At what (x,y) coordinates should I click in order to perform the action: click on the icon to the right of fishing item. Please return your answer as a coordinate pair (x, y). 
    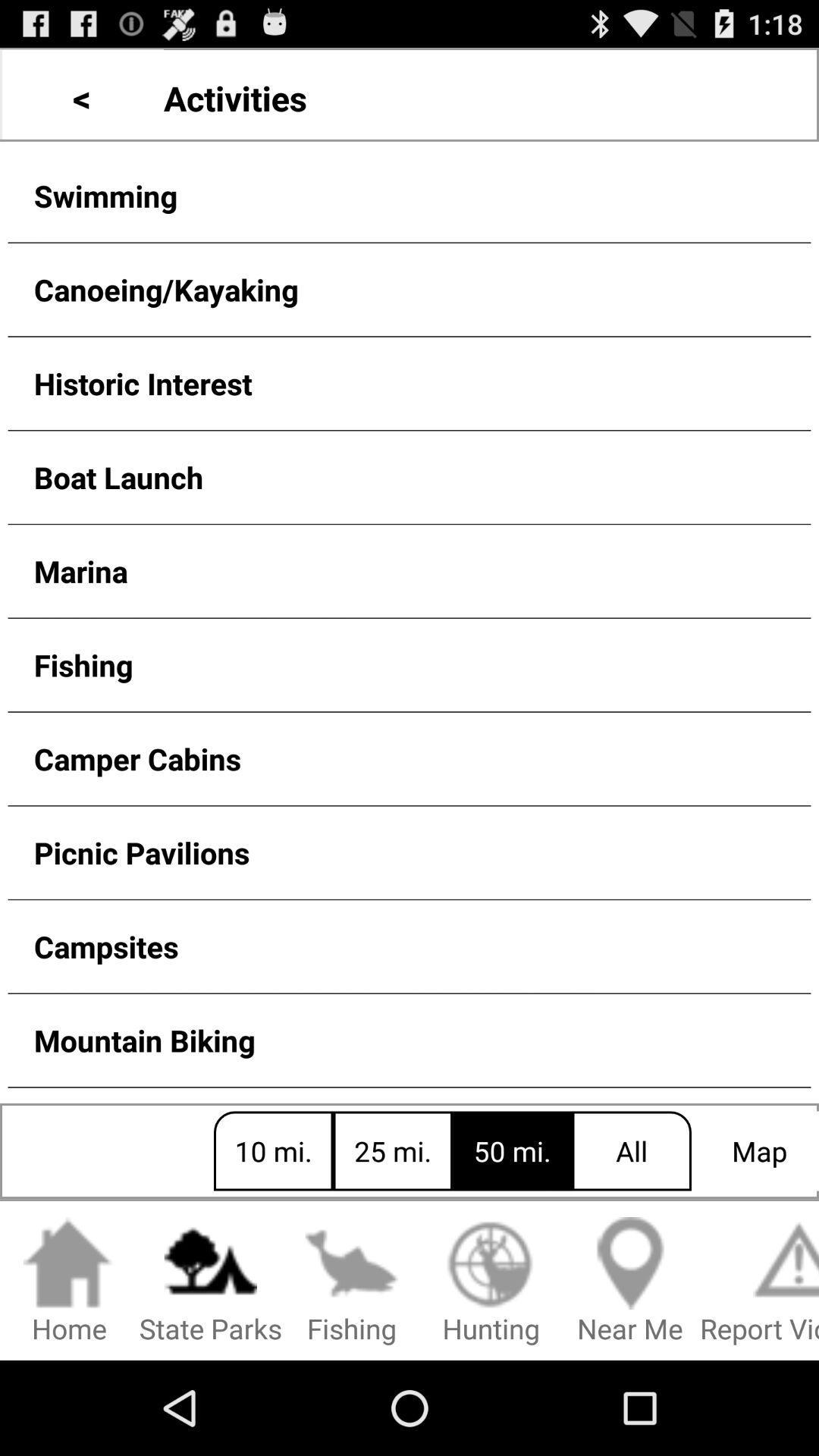
    Looking at the image, I should click on (491, 1281).